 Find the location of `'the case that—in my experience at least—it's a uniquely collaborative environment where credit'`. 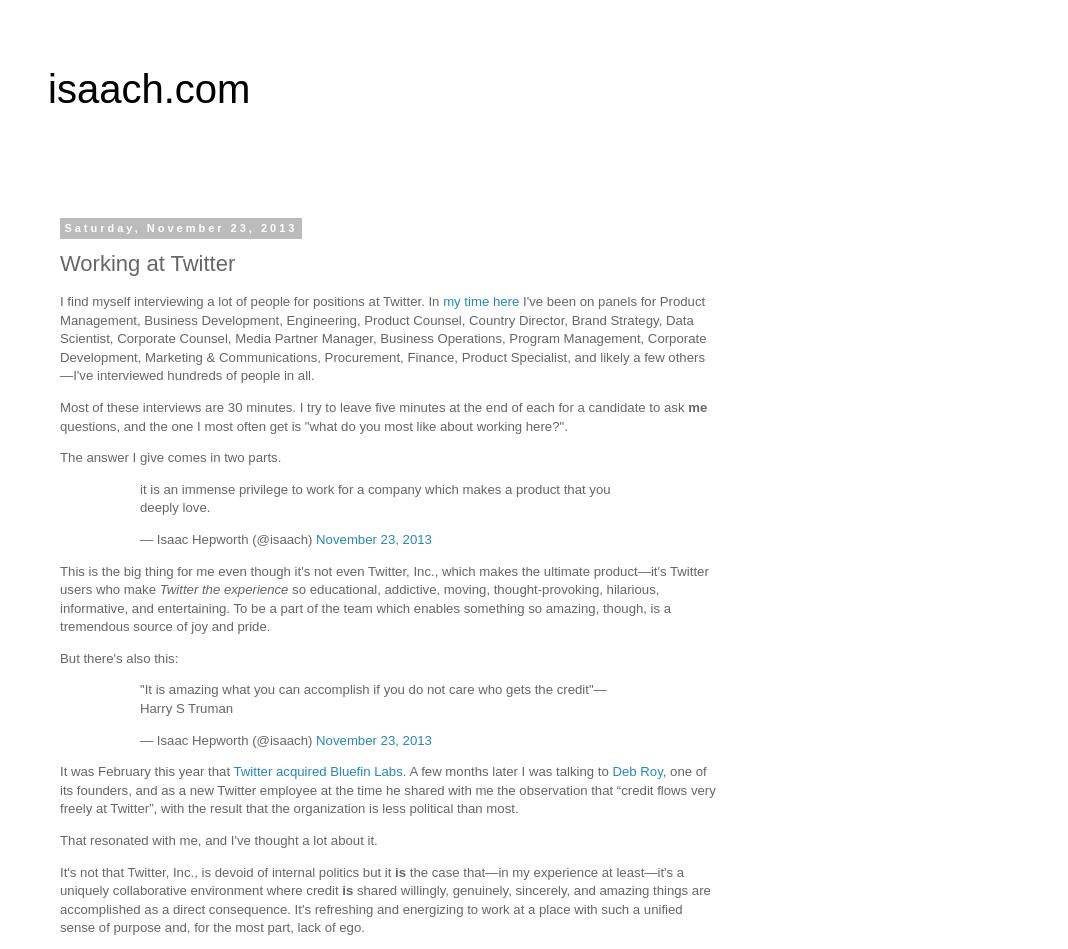

'the case that—in my experience at least—it's a uniquely collaborative environment where credit' is located at coordinates (370, 879).